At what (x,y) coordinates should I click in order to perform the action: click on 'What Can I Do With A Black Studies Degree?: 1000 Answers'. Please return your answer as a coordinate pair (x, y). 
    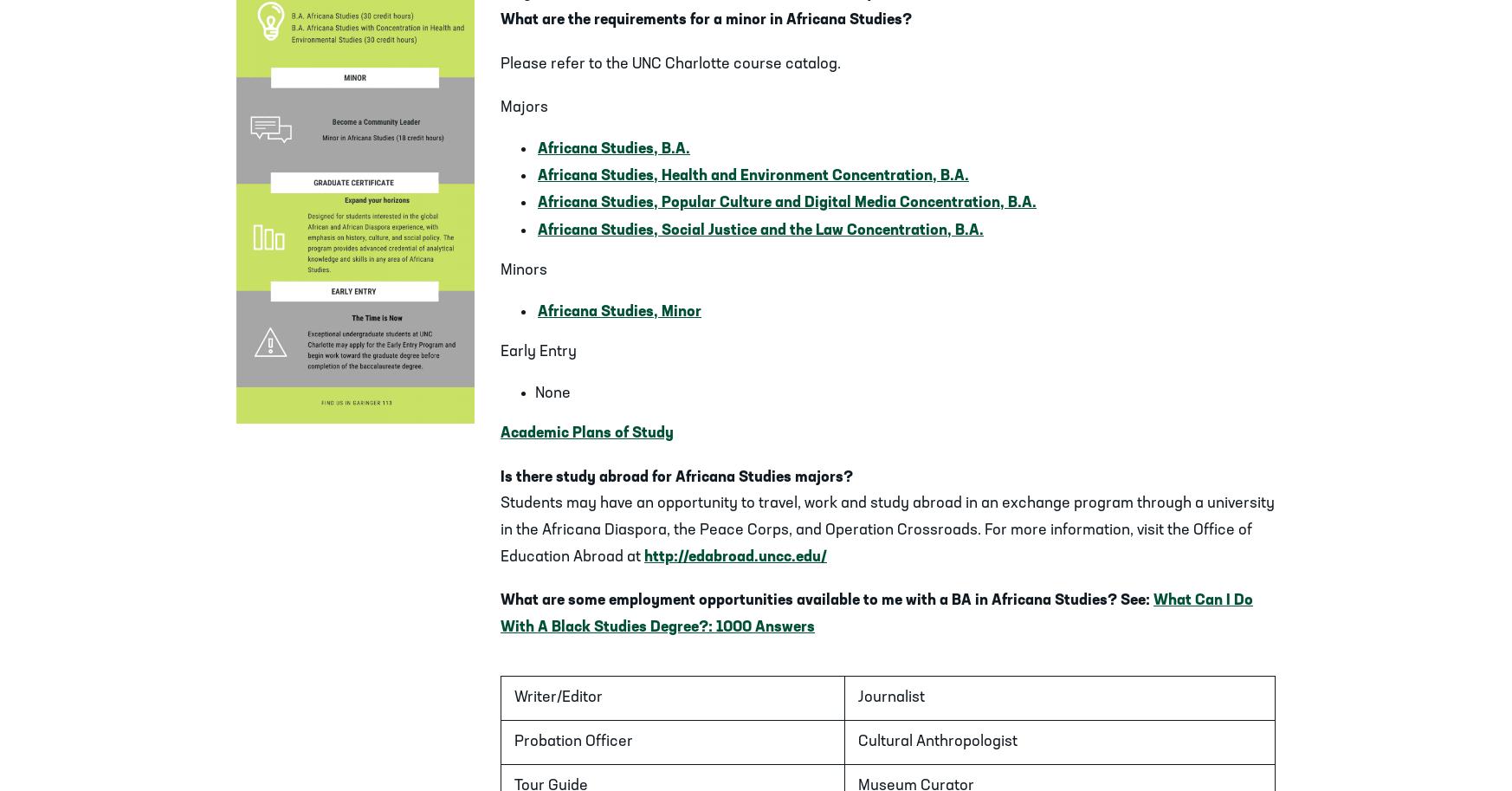
    Looking at the image, I should click on (876, 613).